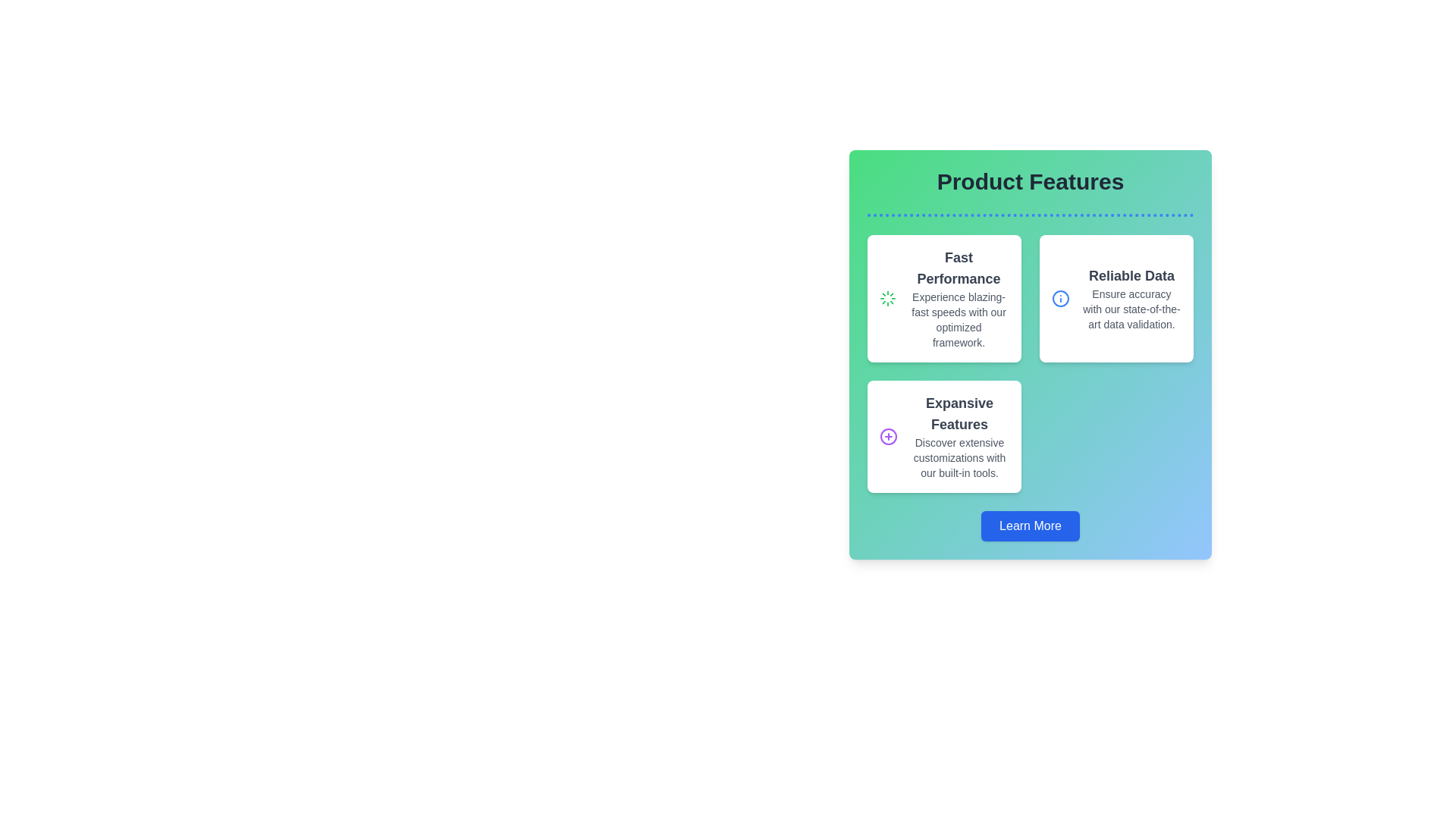 The height and width of the screenshot is (819, 1456). What do you see at coordinates (959, 414) in the screenshot?
I see `the text label displaying 'Expansive Features' in bold and dark gray, located in the bottom-left quadrant of the 'Product Features' panel` at bounding box center [959, 414].